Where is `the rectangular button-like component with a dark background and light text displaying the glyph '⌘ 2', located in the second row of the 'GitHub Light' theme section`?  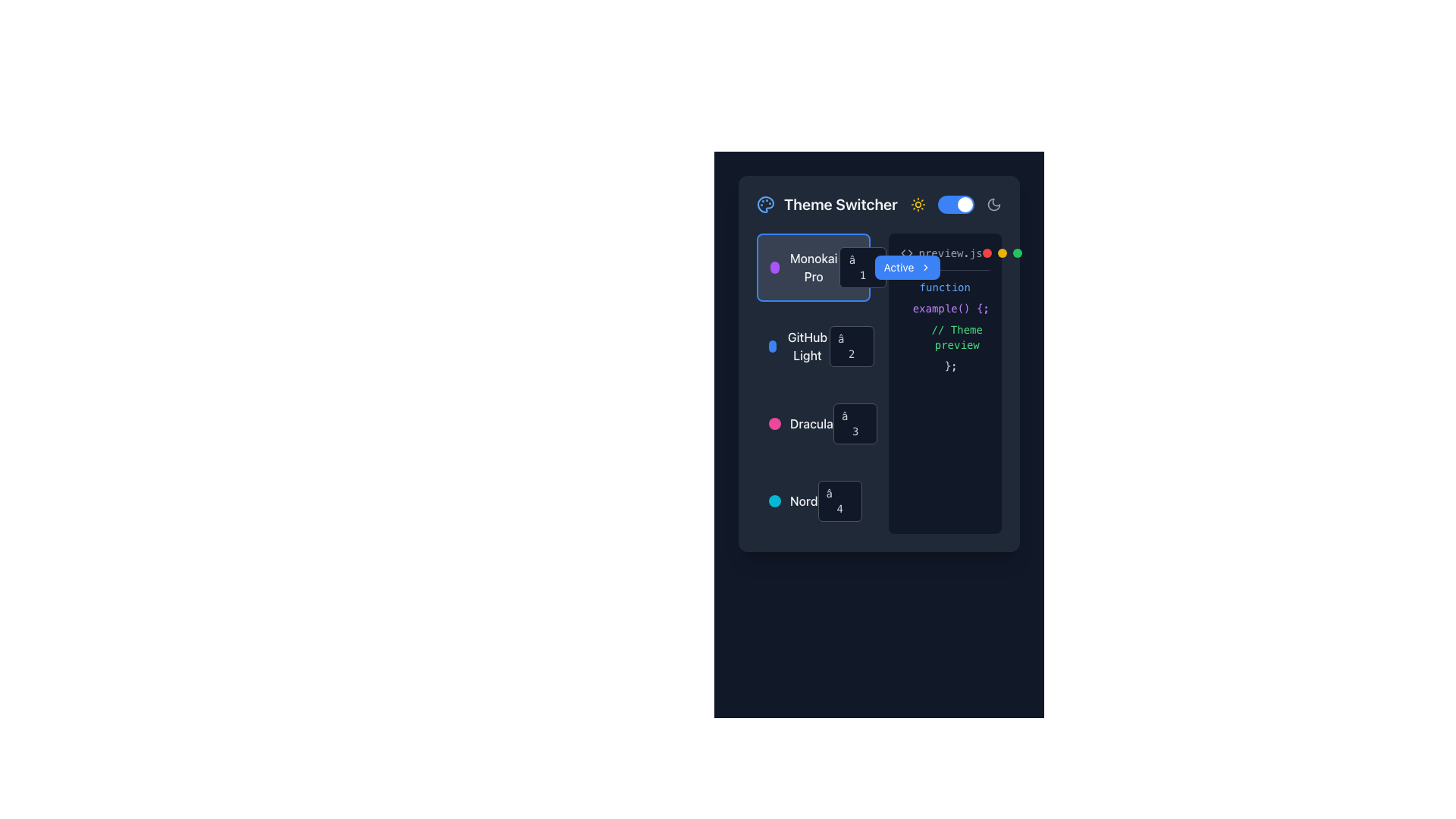
the rectangular button-like component with a dark background and light text displaying the glyph '⌘ 2', located in the second row of the 'GitHub Light' theme section is located at coordinates (852, 346).